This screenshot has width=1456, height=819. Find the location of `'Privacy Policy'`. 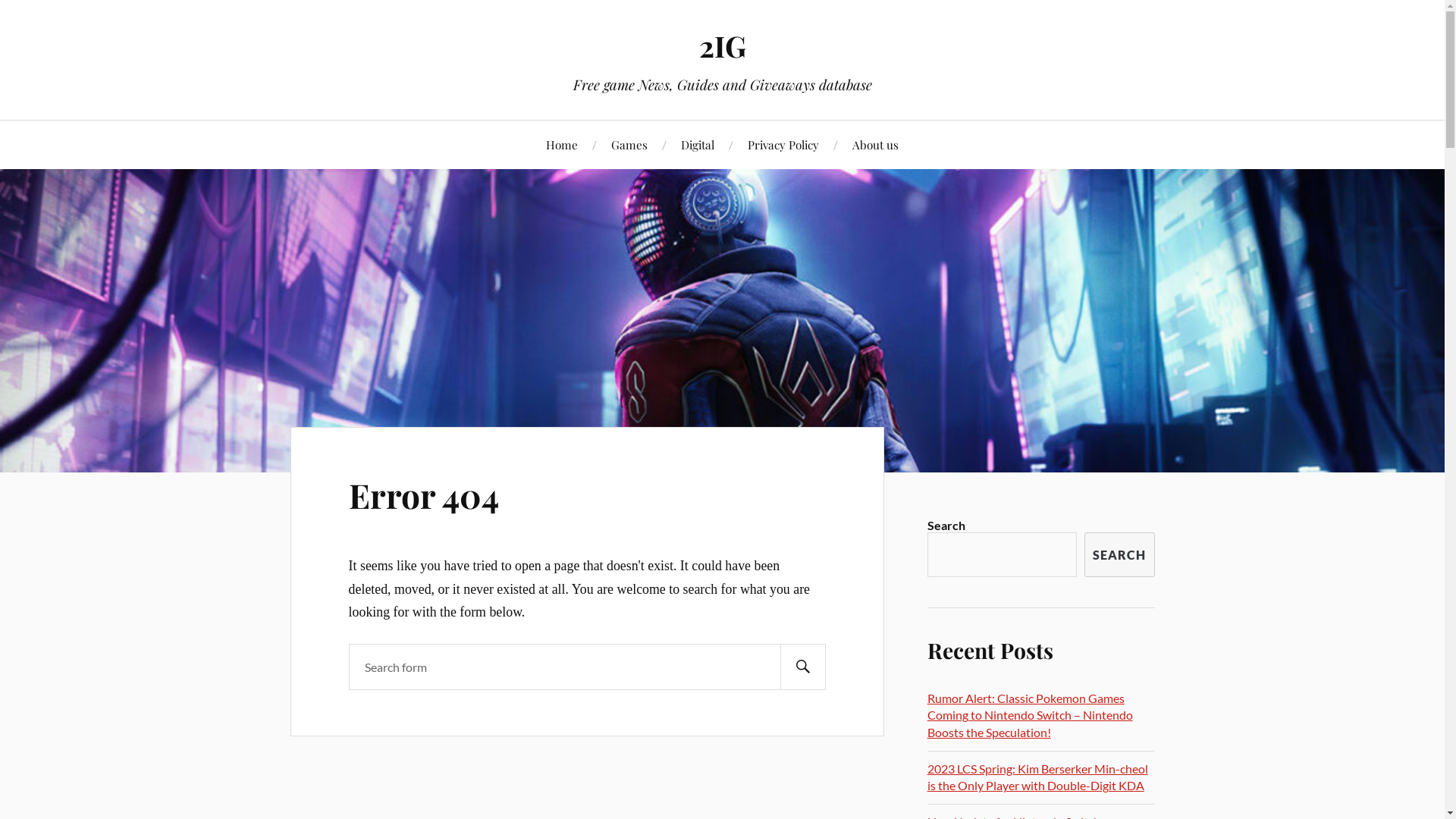

'Privacy Policy' is located at coordinates (783, 144).